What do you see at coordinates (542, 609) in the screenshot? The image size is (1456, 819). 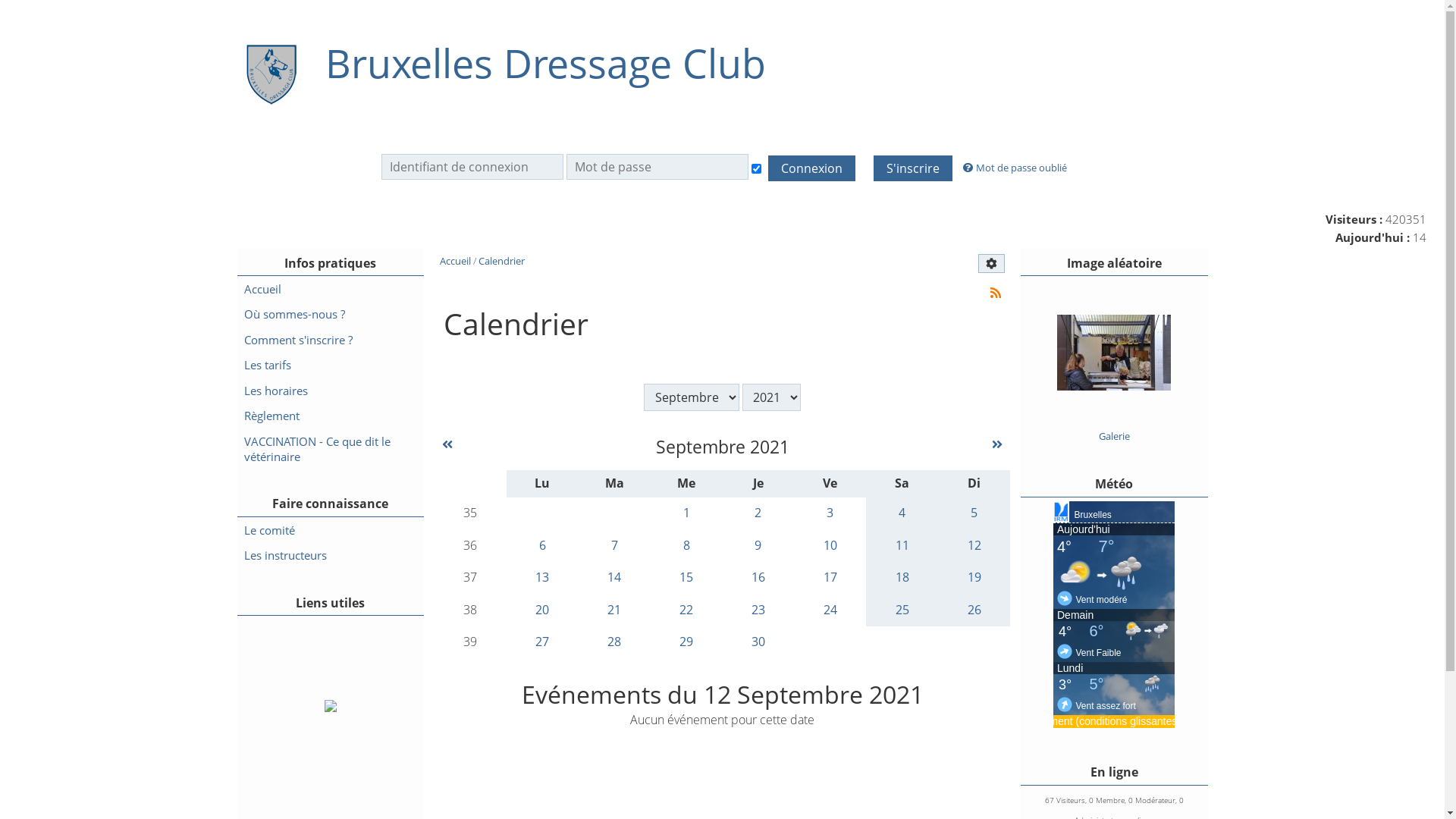 I see `'20'` at bounding box center [542, 609].